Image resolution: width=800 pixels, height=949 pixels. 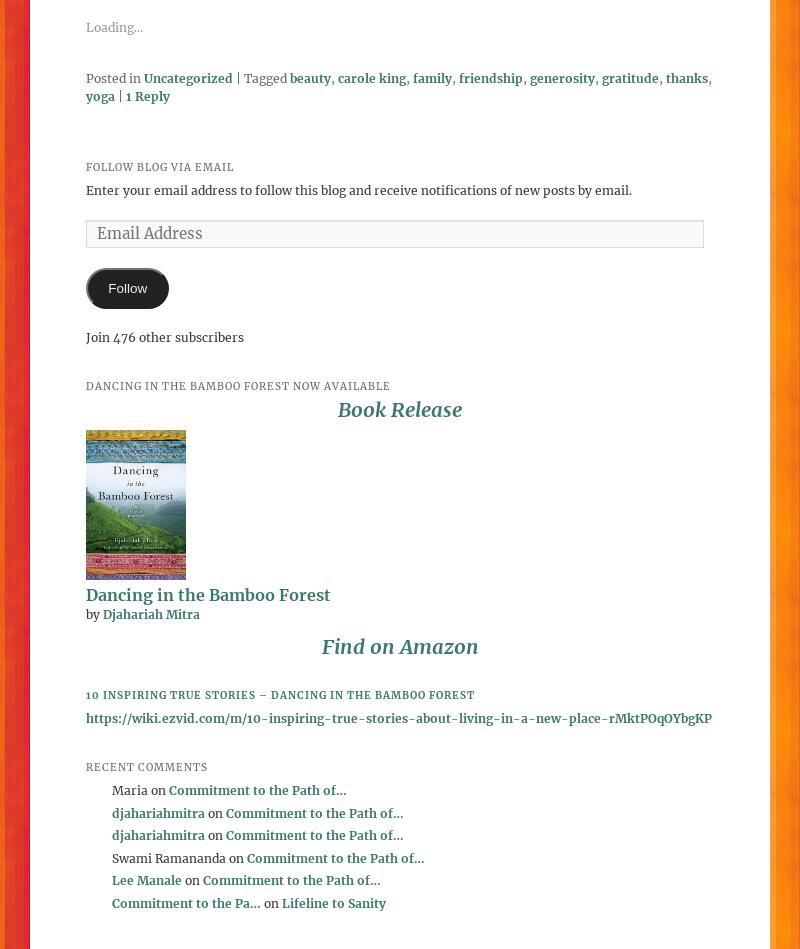 I want to click on 'Posted in', so click(x=112, y=77).